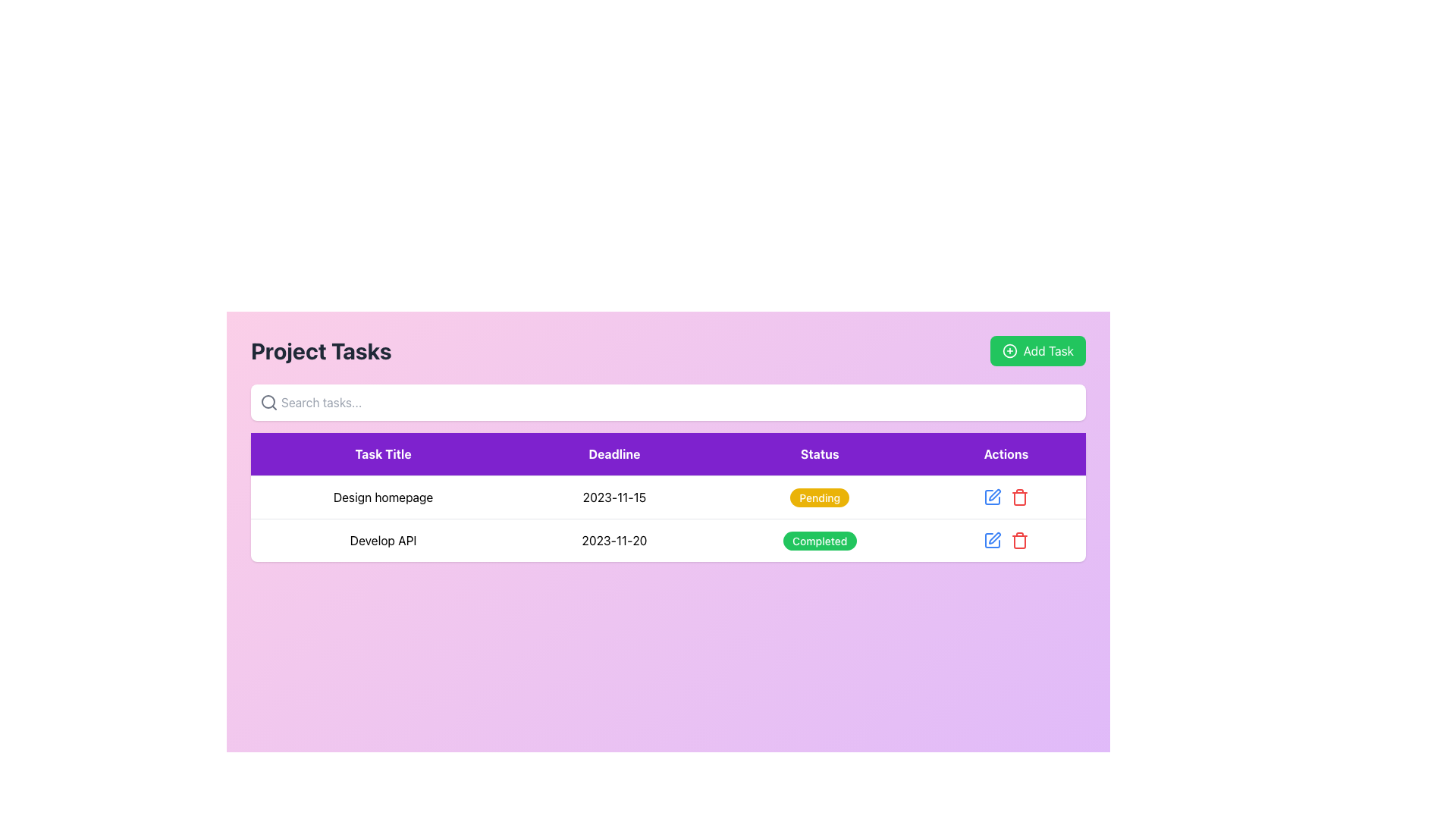 The height and width of the screenshot is (819, 1456). What do you see at coordinates (819, 497) in the screenshot?
I see `the status of the 'Pending' task in the Status indicator badge located in the first row of the table for the task titled 'Design homepage.'` at bounding box center [819, 497].